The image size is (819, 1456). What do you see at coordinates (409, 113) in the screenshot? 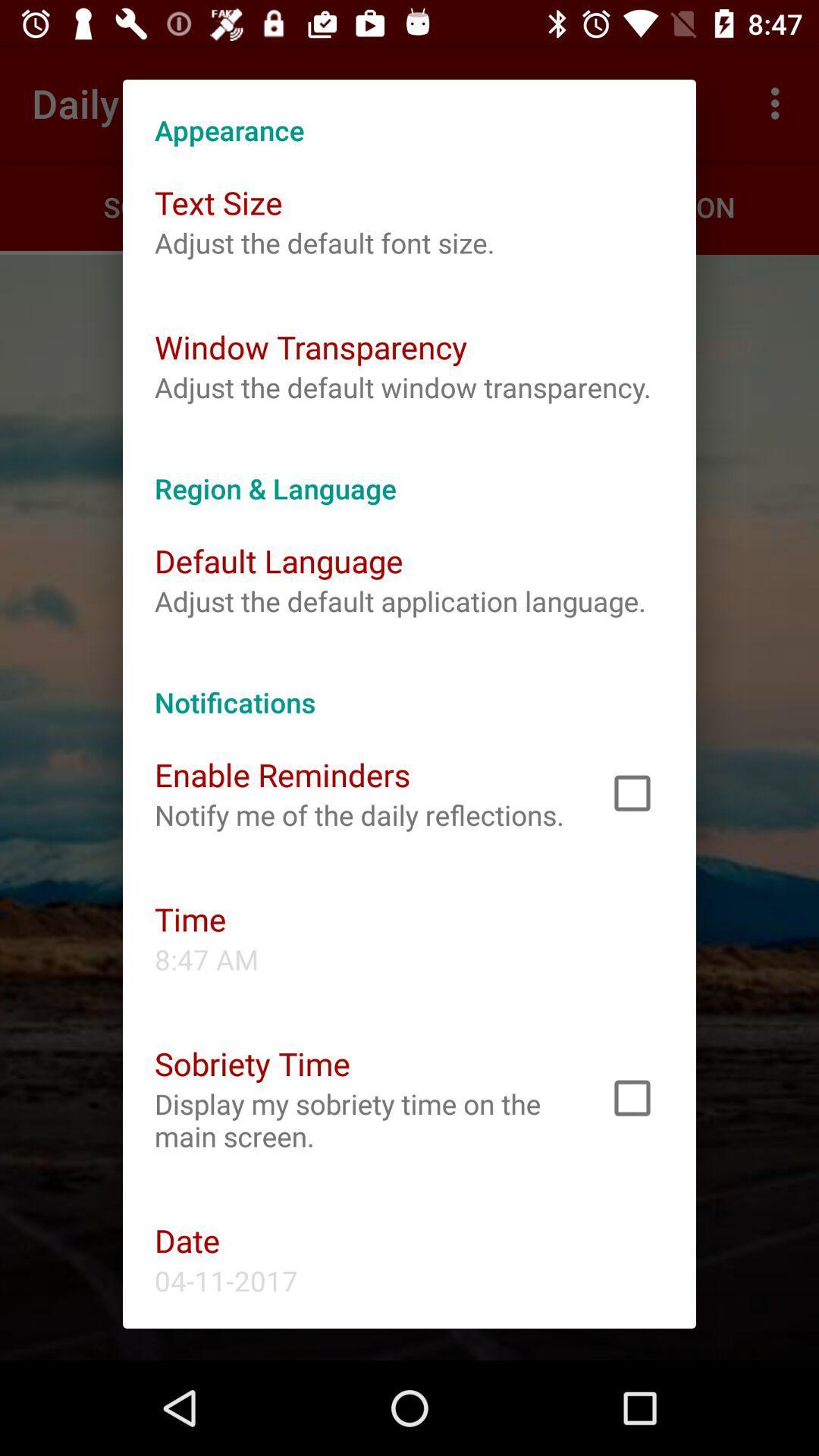
I see `appearance` at bounding box center [409, 113].